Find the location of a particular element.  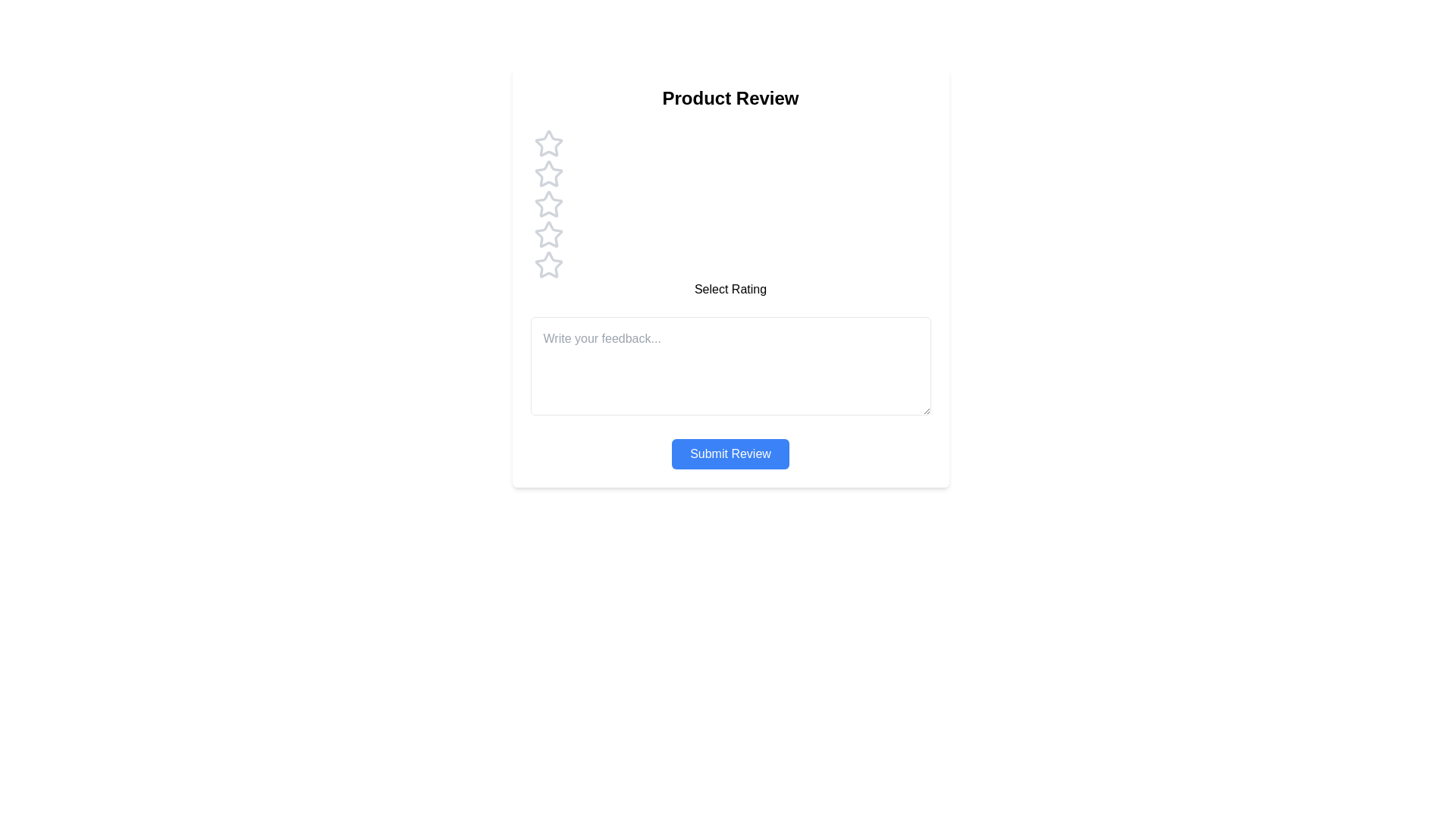

the fourth star in the vertical sequence of five stars is located at coordinates (548, 234).